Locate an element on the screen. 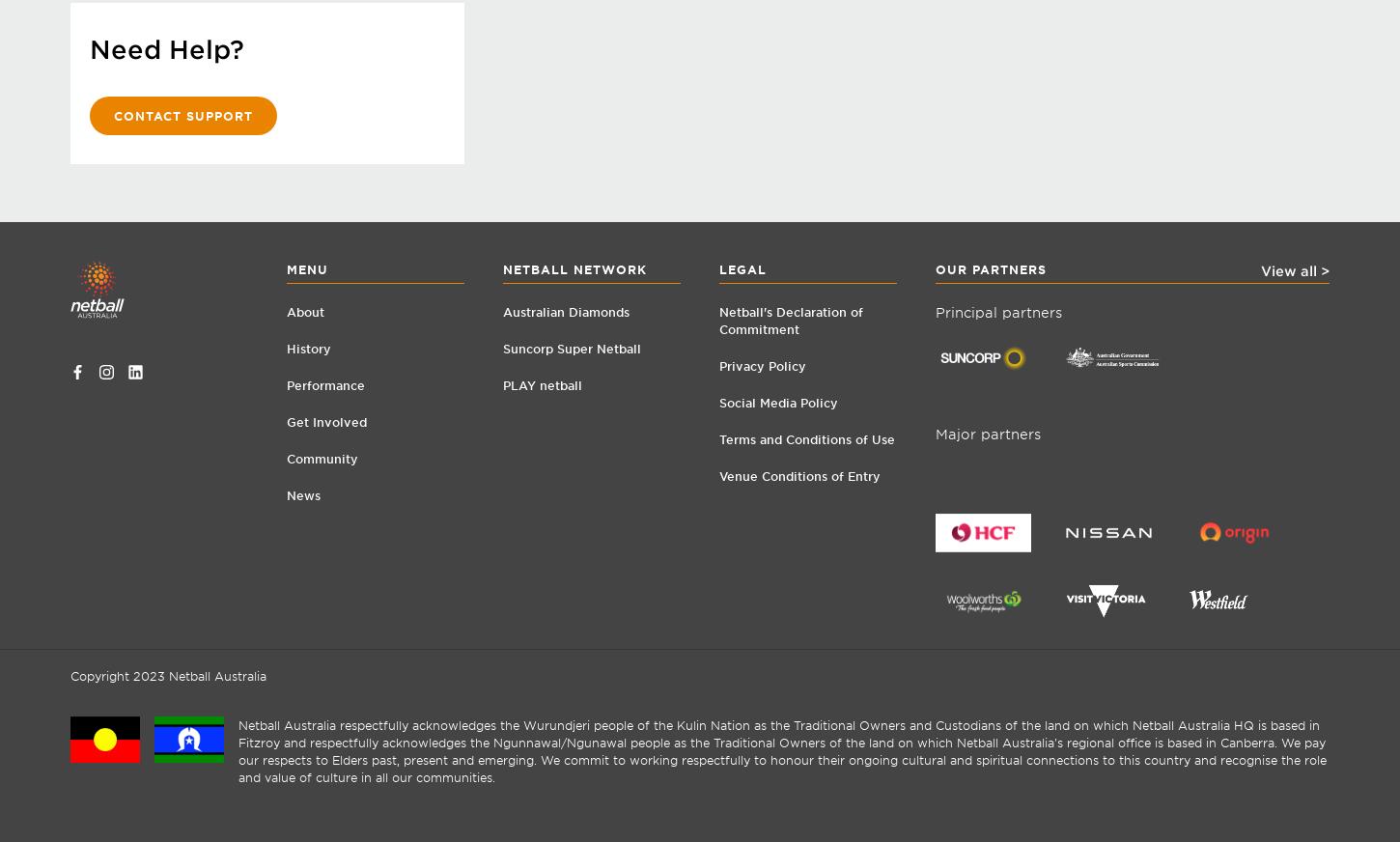 Image resolution: width=1400 pixels, height=842 pixels. 'Legal' is located at coordinates (742, 267).